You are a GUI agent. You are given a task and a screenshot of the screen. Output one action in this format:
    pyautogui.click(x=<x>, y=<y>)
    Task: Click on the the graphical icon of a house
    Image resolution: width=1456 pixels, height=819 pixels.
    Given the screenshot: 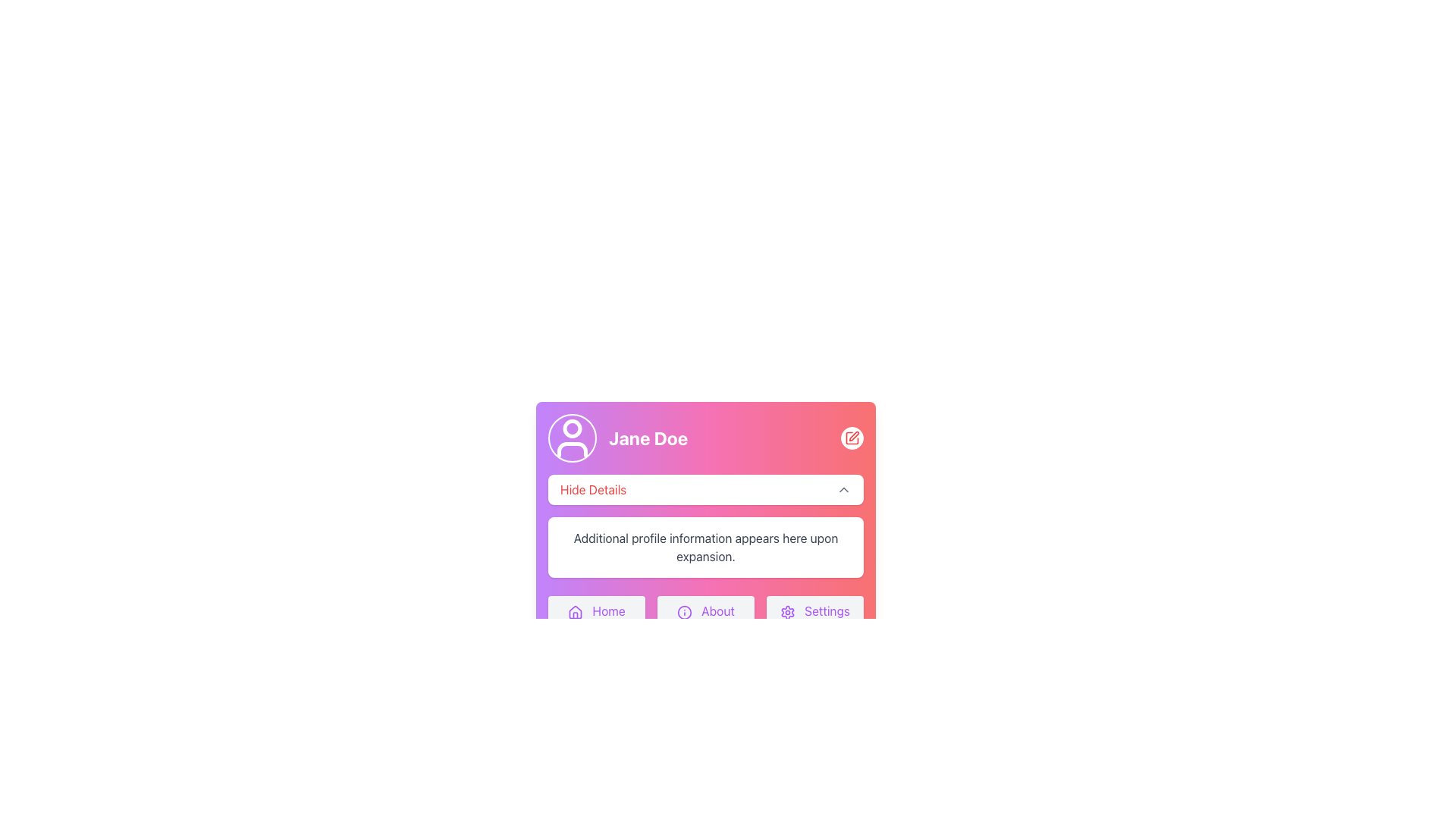 What is the action you would take?
    pyautogui.click(x=575, y=611)
    